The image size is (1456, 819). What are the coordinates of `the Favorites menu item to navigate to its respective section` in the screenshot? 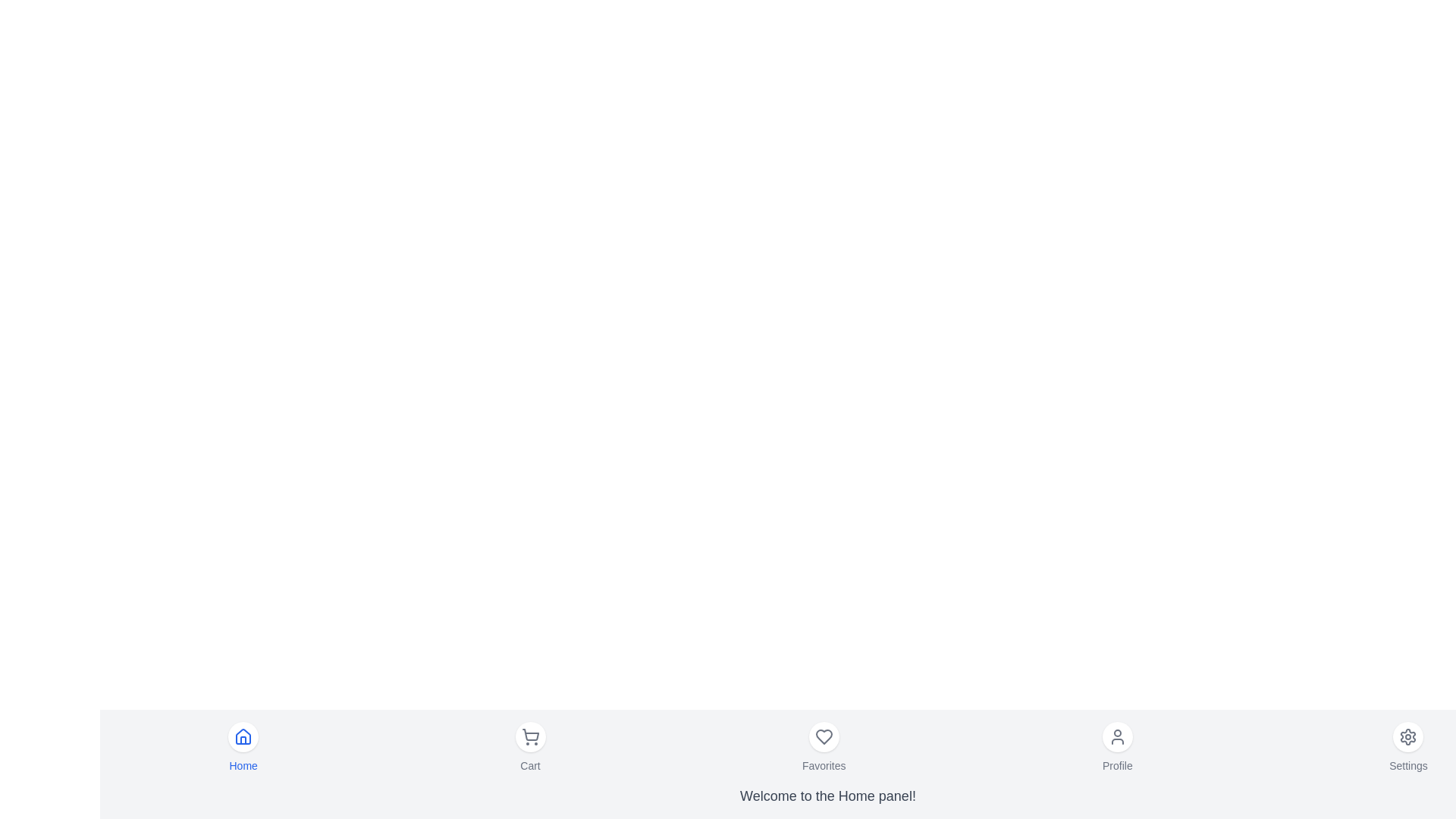 It's located at (822, 747).